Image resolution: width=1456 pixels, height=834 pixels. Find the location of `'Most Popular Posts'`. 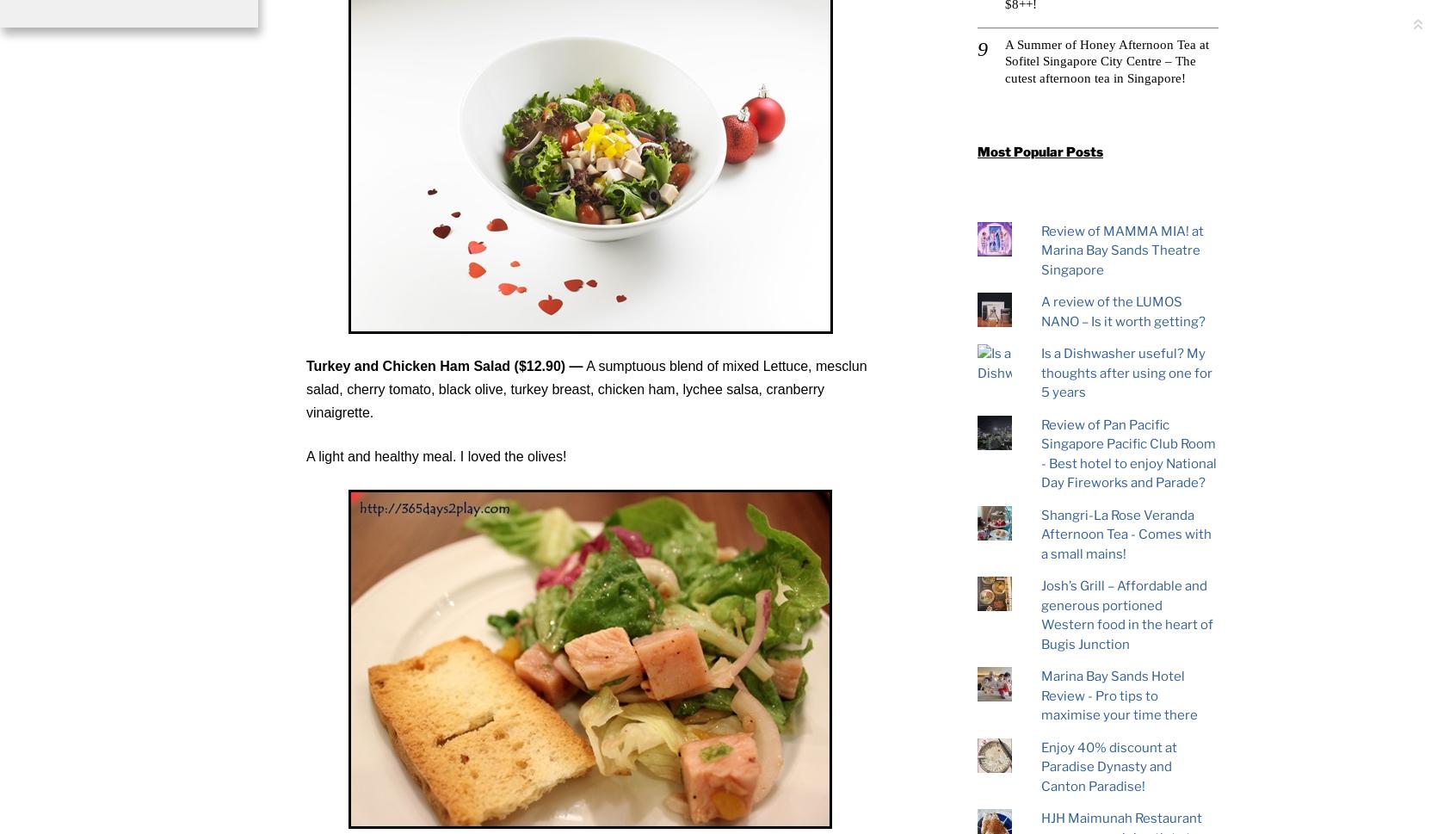

'Most Popular Posts' is located at coordinates (977, 152).